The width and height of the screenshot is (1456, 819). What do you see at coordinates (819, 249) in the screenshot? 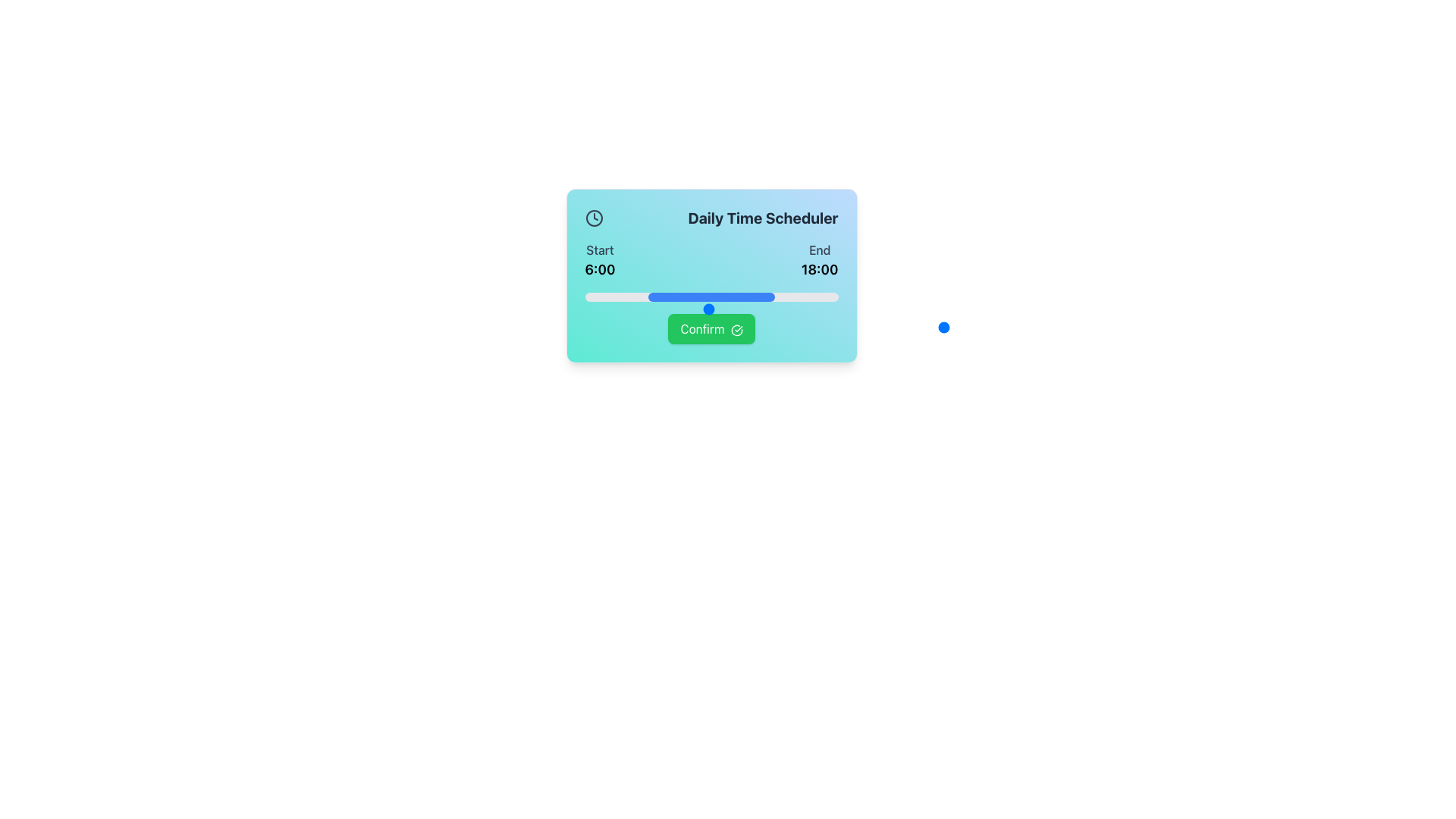
I see `text label displaying 'End' in gray font, positioned at the upper-right of the blue-tinted card above '18:00'` at bounding box center [819, 249].